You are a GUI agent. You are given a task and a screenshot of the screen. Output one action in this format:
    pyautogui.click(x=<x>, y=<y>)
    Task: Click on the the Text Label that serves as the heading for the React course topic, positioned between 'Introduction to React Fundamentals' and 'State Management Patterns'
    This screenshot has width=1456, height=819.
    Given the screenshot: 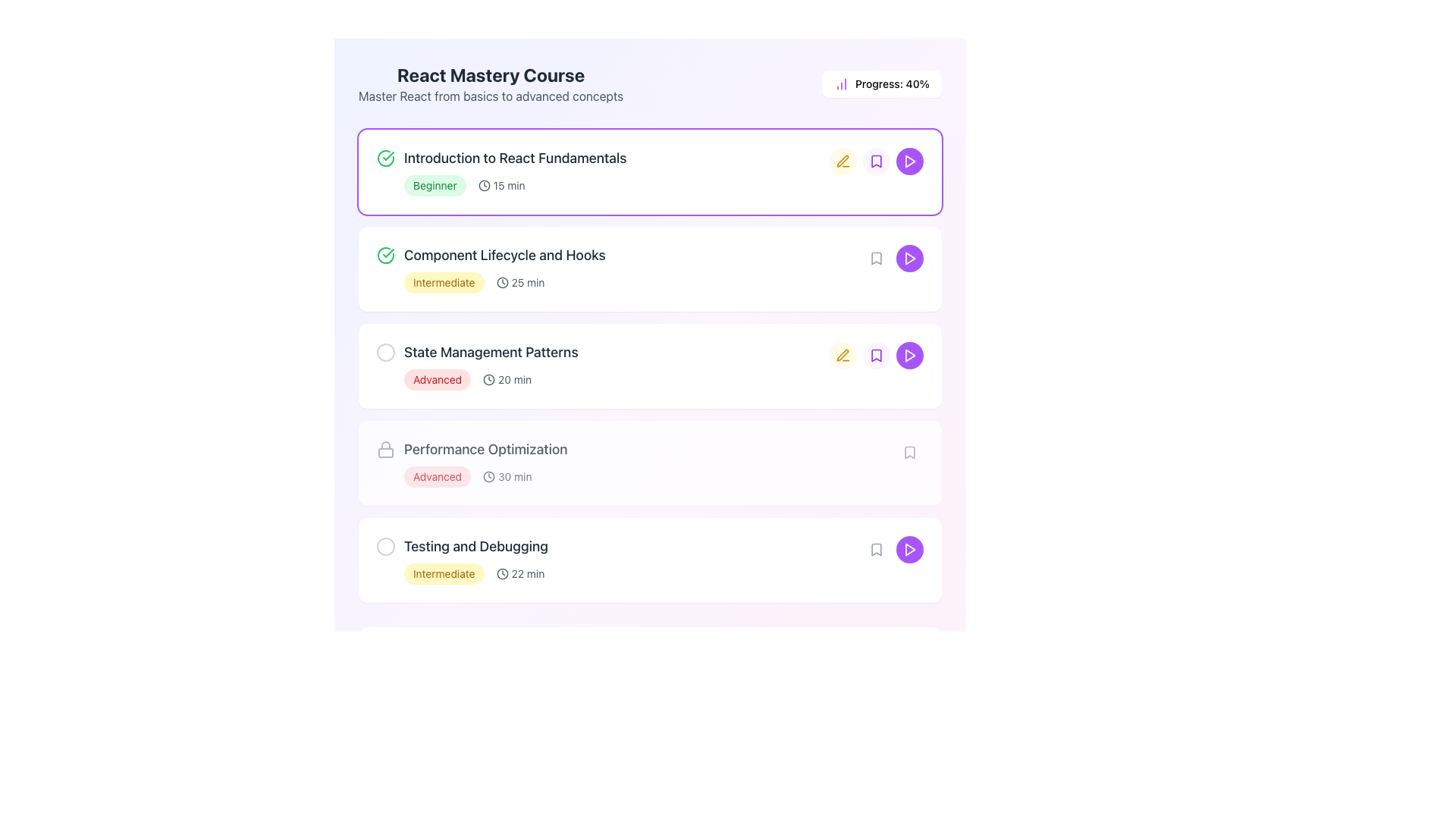 What is the action you would take?
    pyautogui.click(x=504, y=254)
    